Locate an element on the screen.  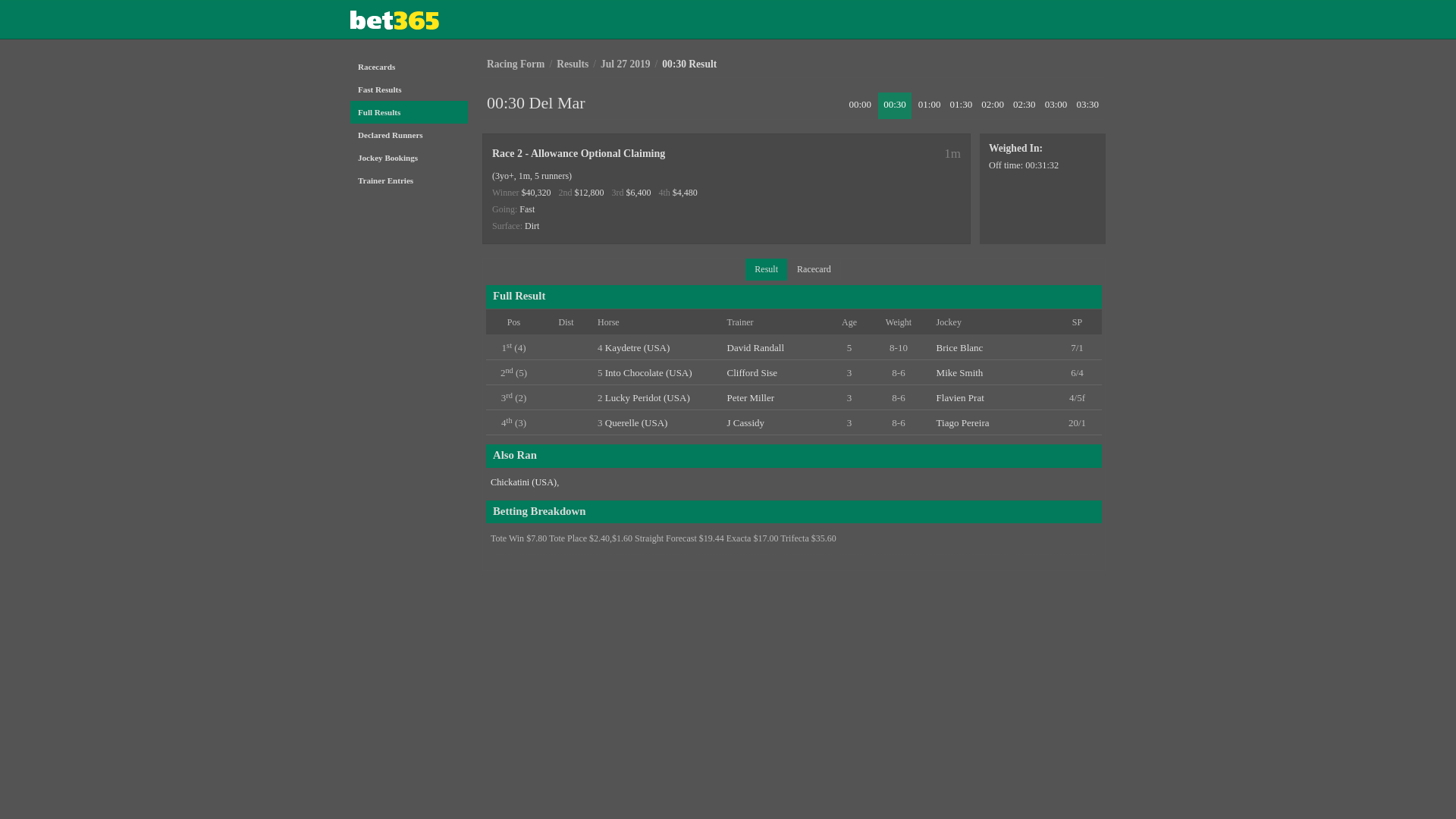
'Racing Form' is located at coordinates (516, 63).